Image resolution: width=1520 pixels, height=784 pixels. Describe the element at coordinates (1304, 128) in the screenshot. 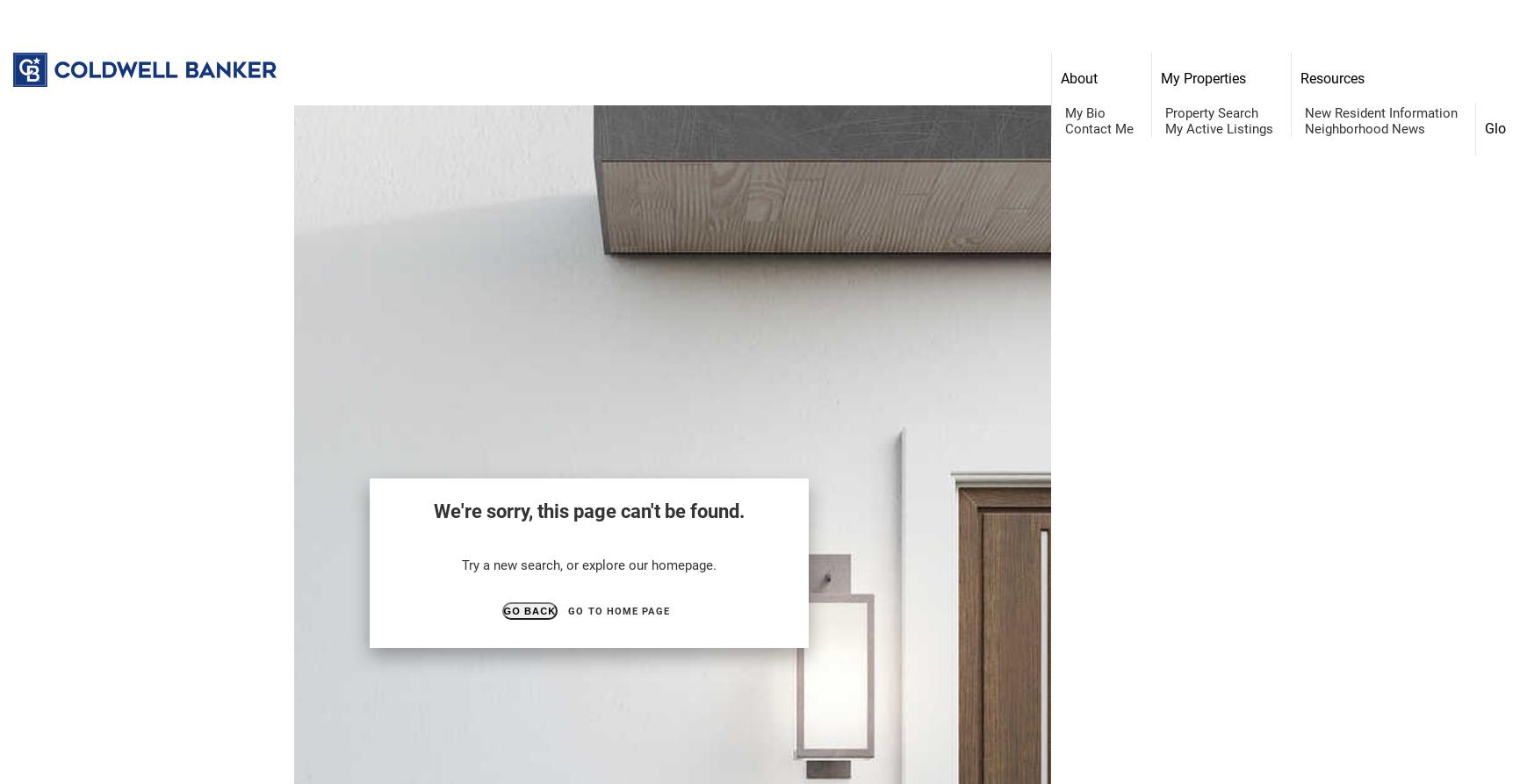

I see `'Neighborhood News'` at that location.